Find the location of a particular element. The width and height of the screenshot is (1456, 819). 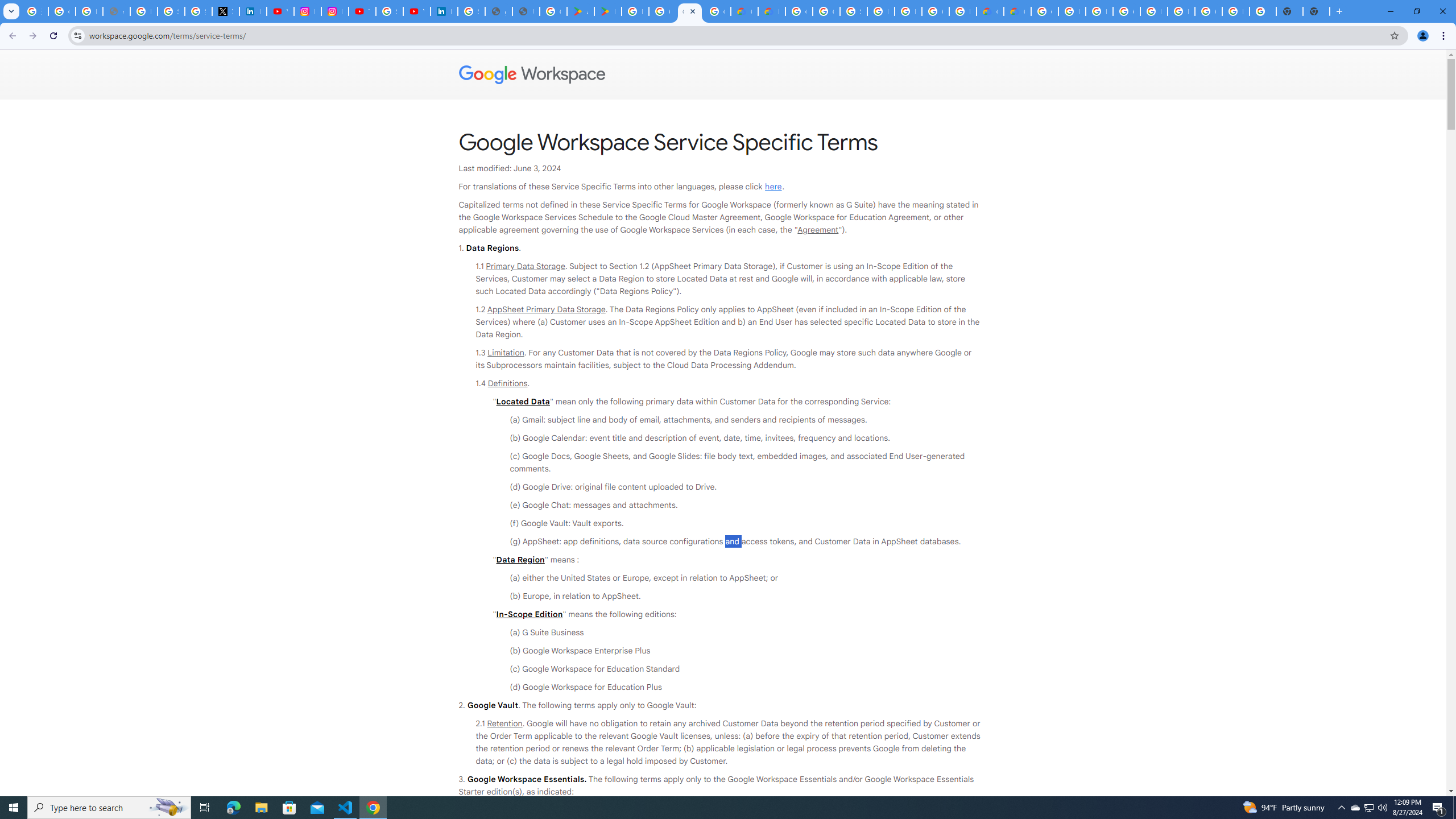

'Identity verification via Persona | LinkedIn Help' is located at coordinates (443, 11).